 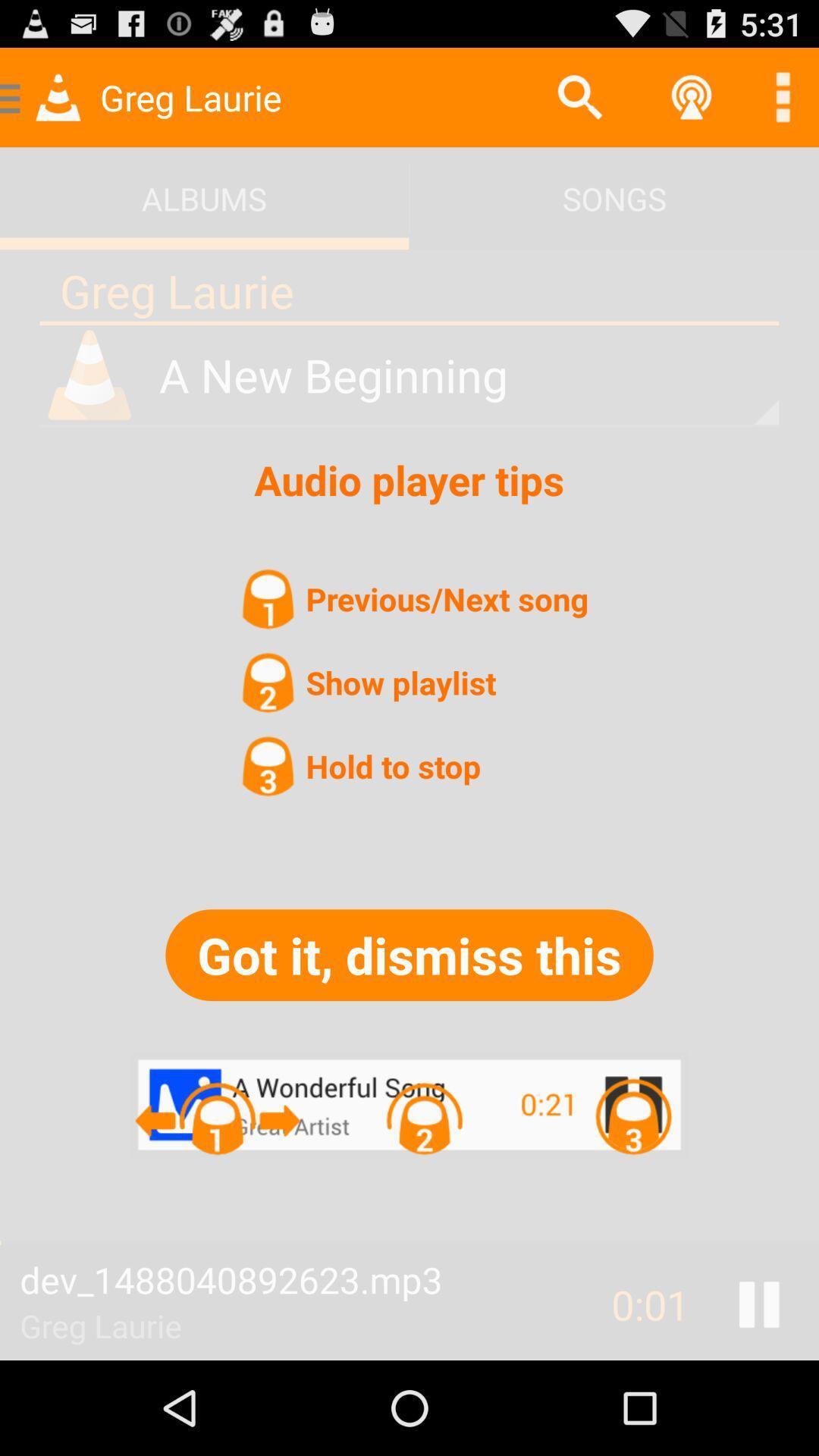 What do you see at coordinates (759, 1395) in the screenshot?
I see `the pause icon` at bounding box center [759, 1395].